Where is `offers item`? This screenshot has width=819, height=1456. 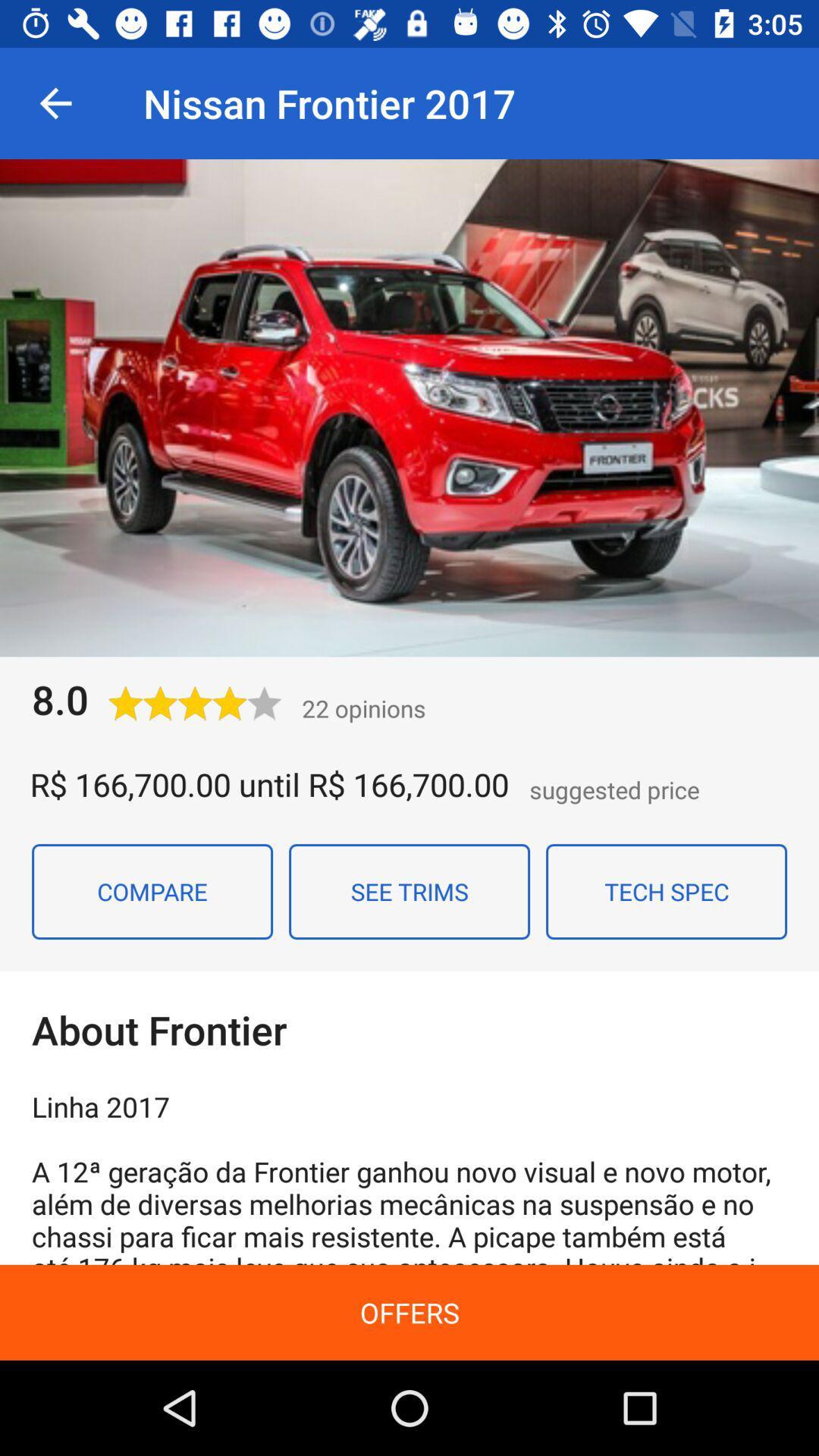 offers item is located at coordinates (409, 1312).